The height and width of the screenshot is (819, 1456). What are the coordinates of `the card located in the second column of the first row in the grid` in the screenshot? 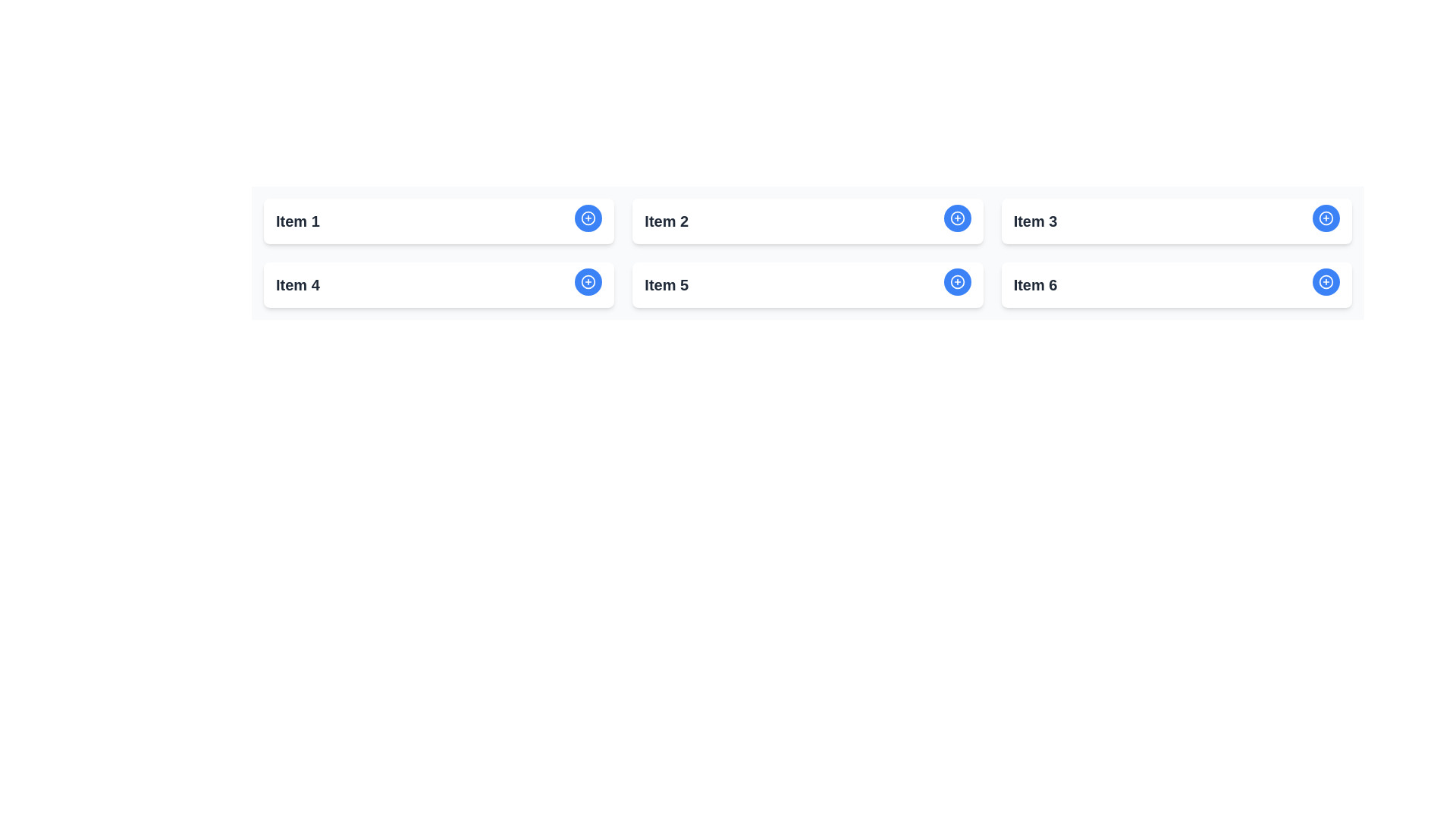 It's located at (807, 221).